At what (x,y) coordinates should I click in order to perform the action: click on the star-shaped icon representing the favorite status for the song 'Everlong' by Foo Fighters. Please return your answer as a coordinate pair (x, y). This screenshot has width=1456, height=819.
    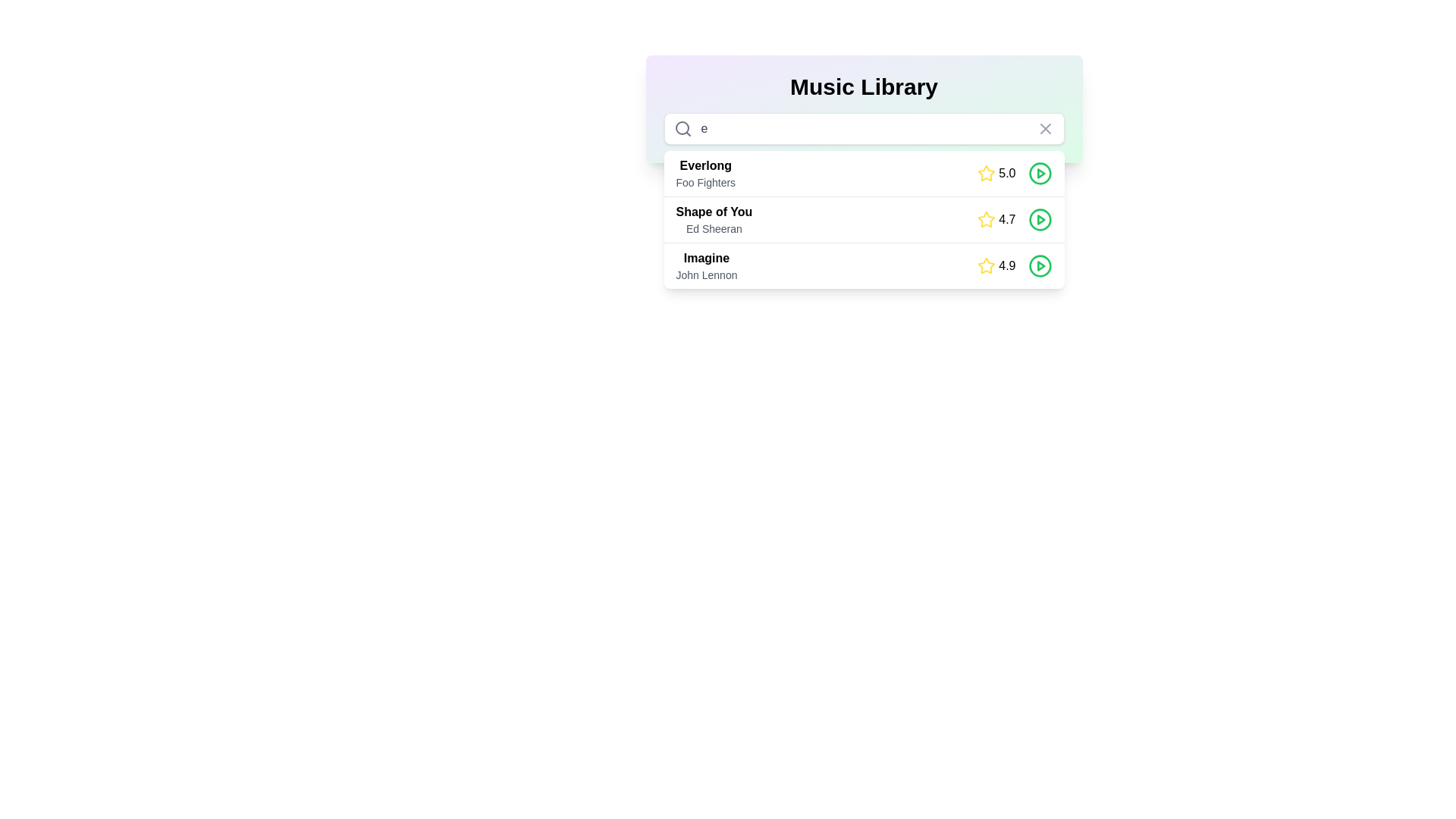
    Looking at the image, I should click on (987, 172).